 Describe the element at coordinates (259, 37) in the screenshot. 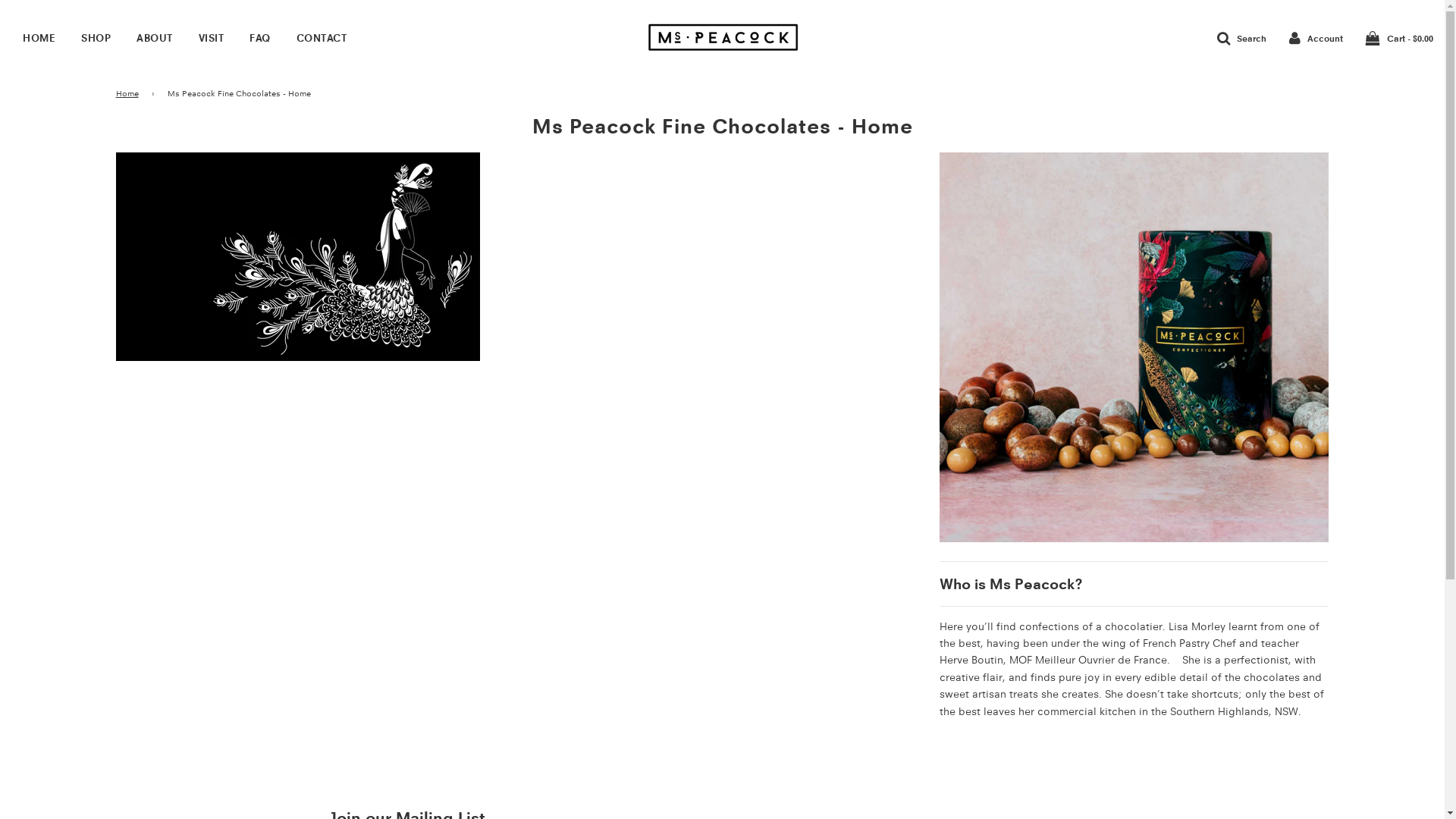

I see `'FAQ'` at that location.